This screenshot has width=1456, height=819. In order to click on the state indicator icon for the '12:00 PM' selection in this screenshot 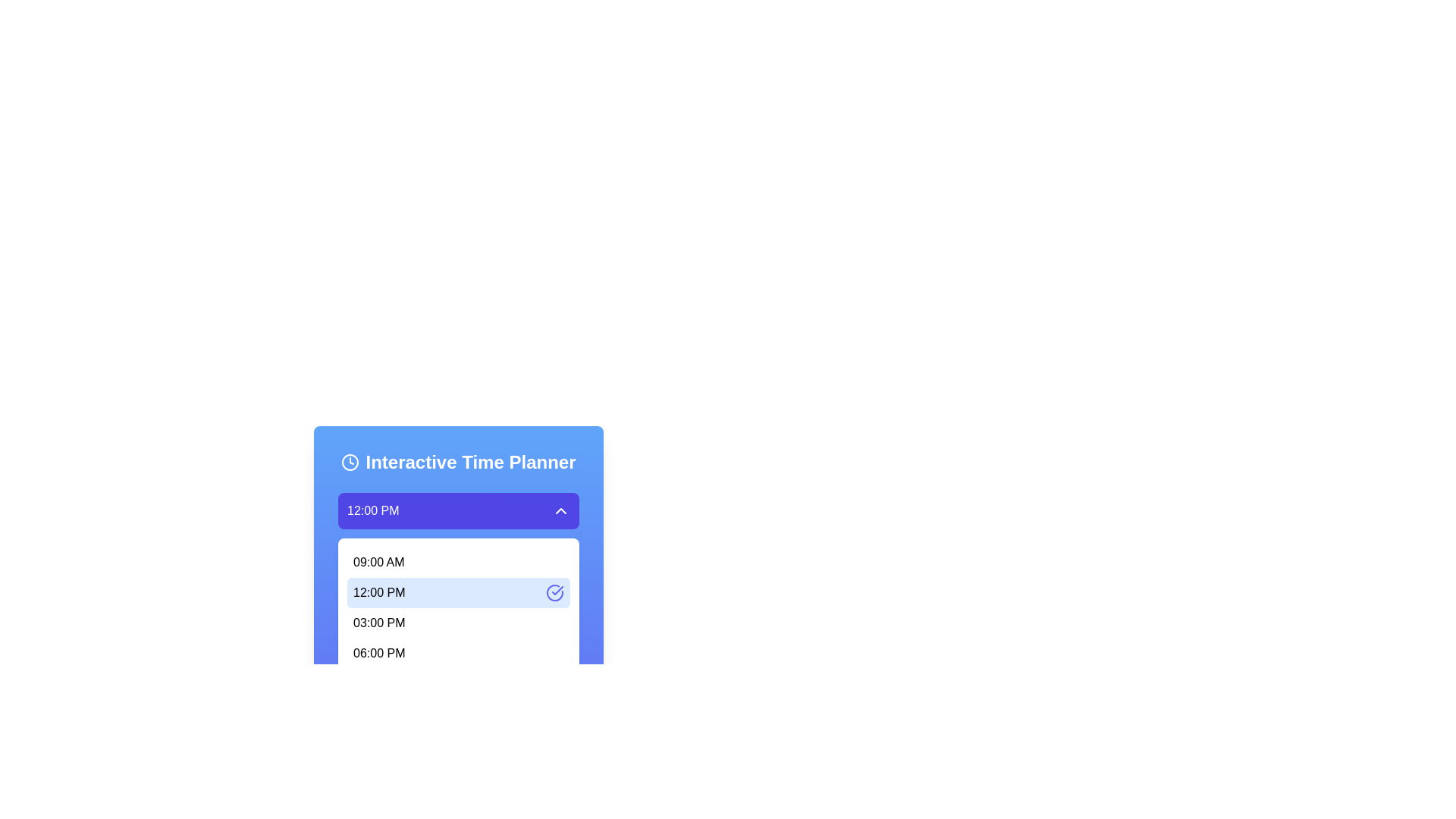, I will do `click(554, 592)`.